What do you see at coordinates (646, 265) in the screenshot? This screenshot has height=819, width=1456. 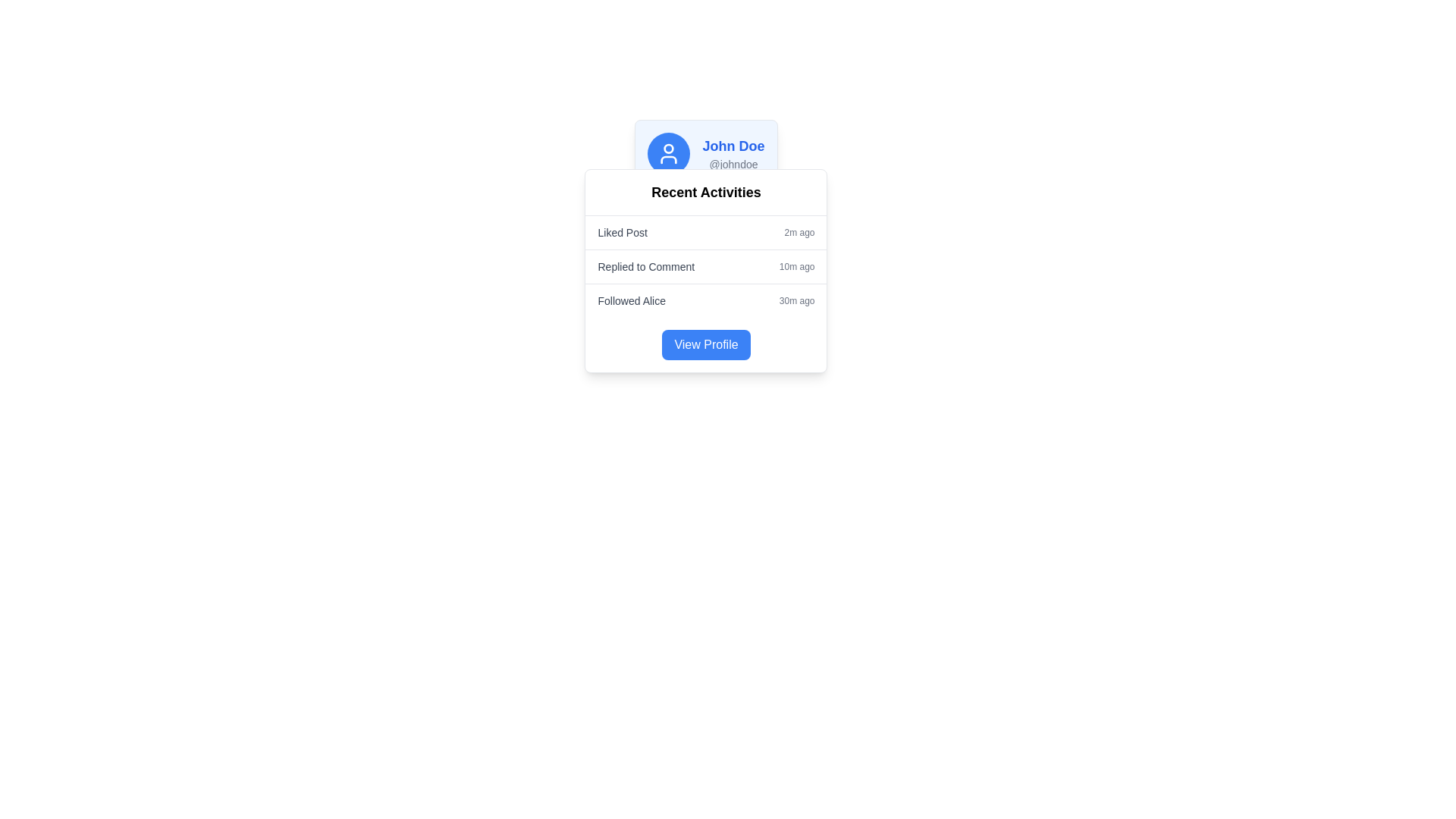 I see `the Static Text Label that indicates a user has replied to a comment, located in the 'Replied to Comment' section, second row from the top, to the left of the timestamp '10m ago'` at bounding box center [646, 265].